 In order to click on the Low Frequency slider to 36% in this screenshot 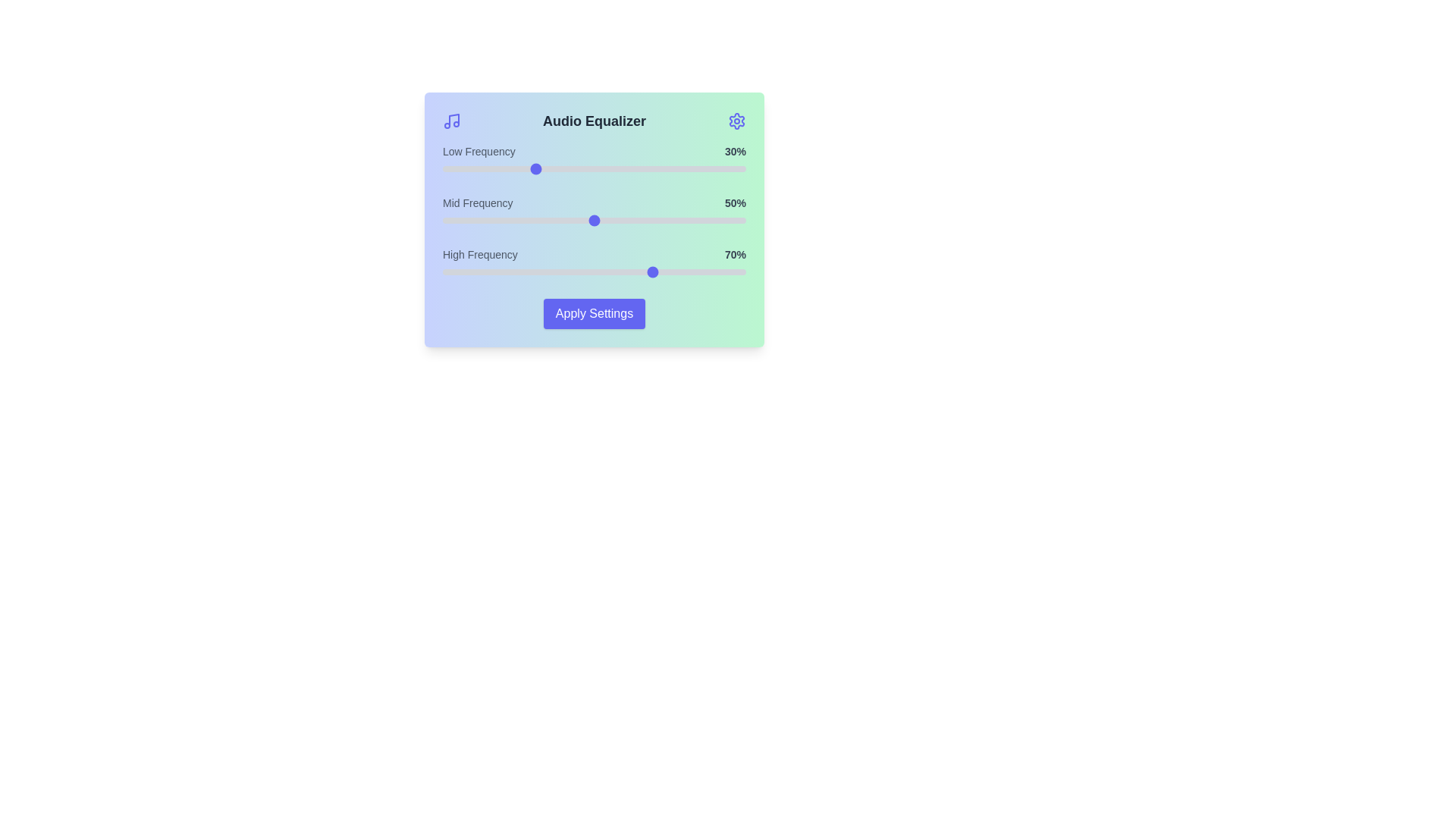, I will do `click(551, 169)`.